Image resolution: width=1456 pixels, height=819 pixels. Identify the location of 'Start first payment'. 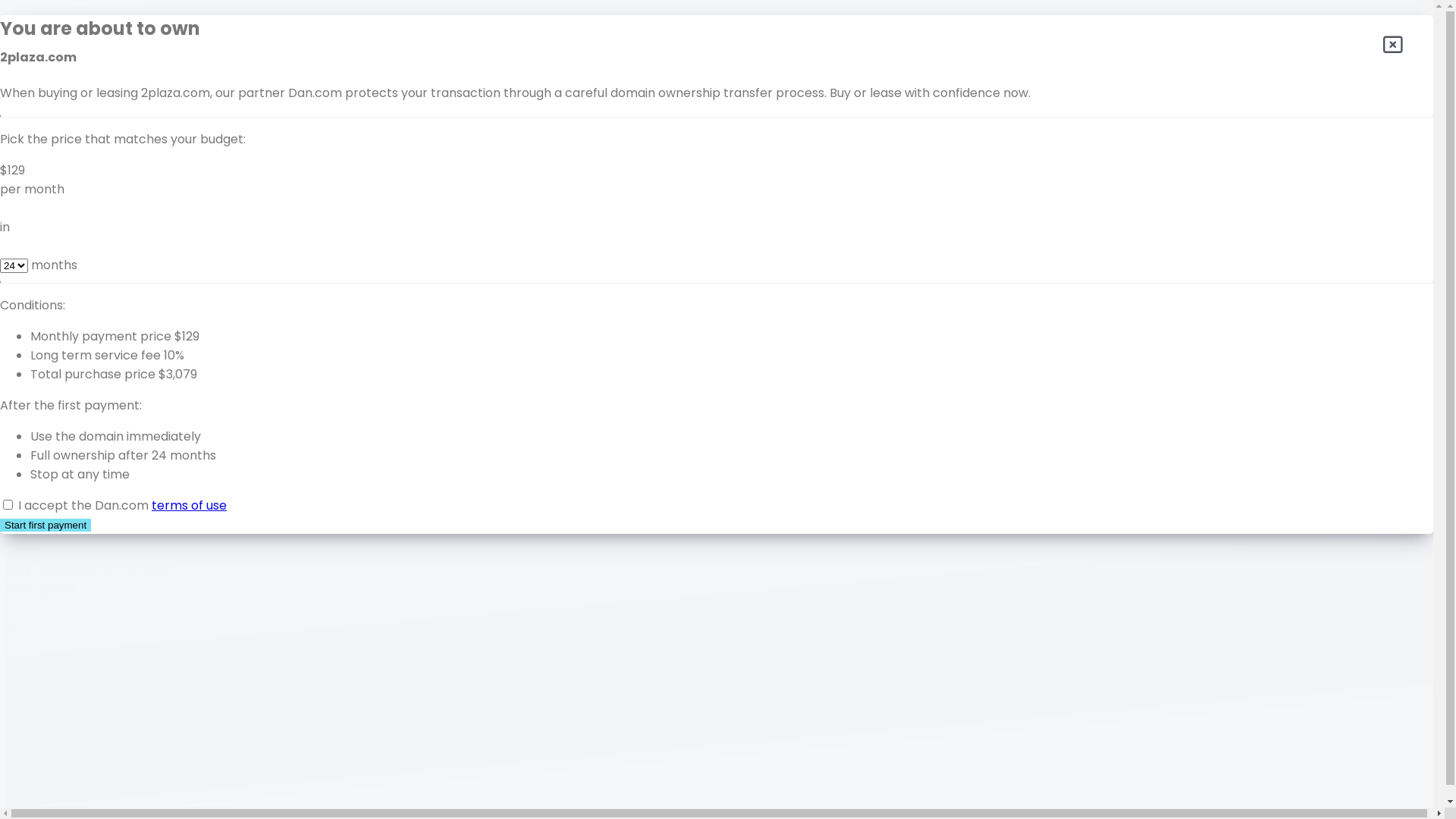
(0, 524).